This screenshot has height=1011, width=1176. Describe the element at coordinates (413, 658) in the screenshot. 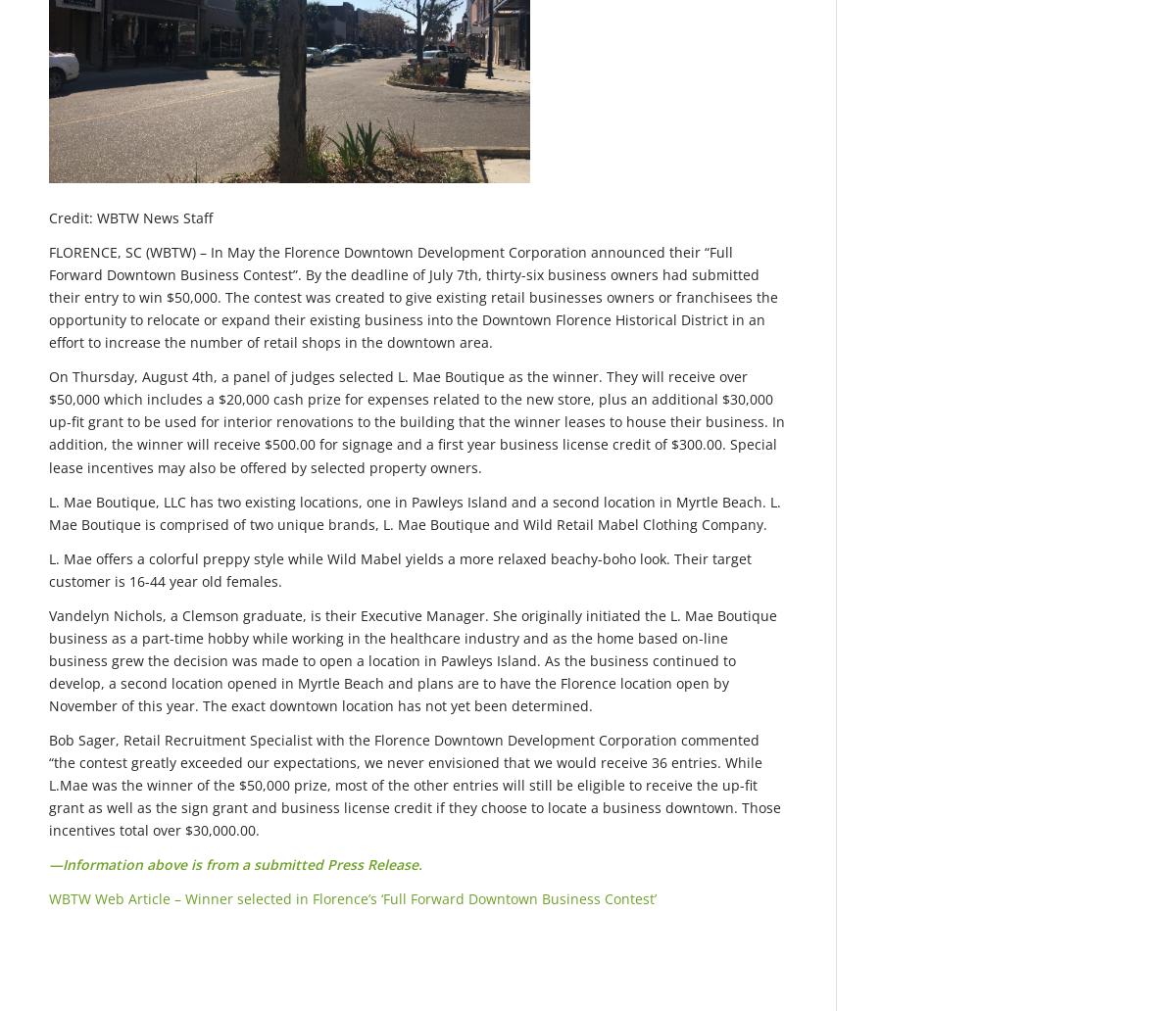

I see `'Vandelyn Nichols, a Clemson graduate, is their Executive Manager. She originally initiated the L. Mae Boutique business as a part-time hobby while working in the healthcare industry and as the home based on-line business grew the decision was made to open a location in Pawleys Island. As the business continued to develop, a second location opened in Myrtle Beach and plans are to have the Florence location open by November of this year. The exact downtown location has not yet been determined.'` at that location.